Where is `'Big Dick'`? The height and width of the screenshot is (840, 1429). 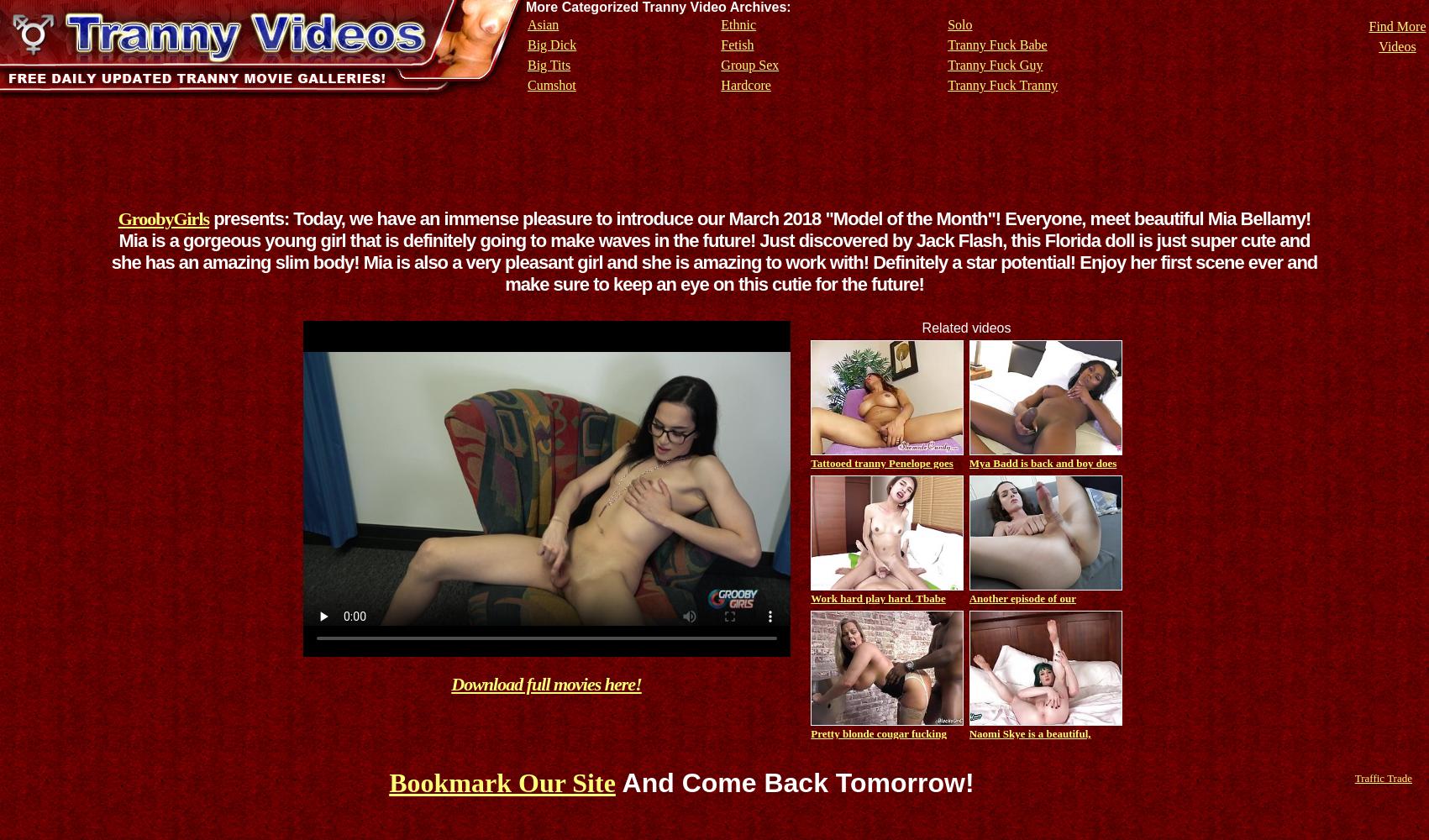
'Big Dick' is located at coordinates (550, 45).